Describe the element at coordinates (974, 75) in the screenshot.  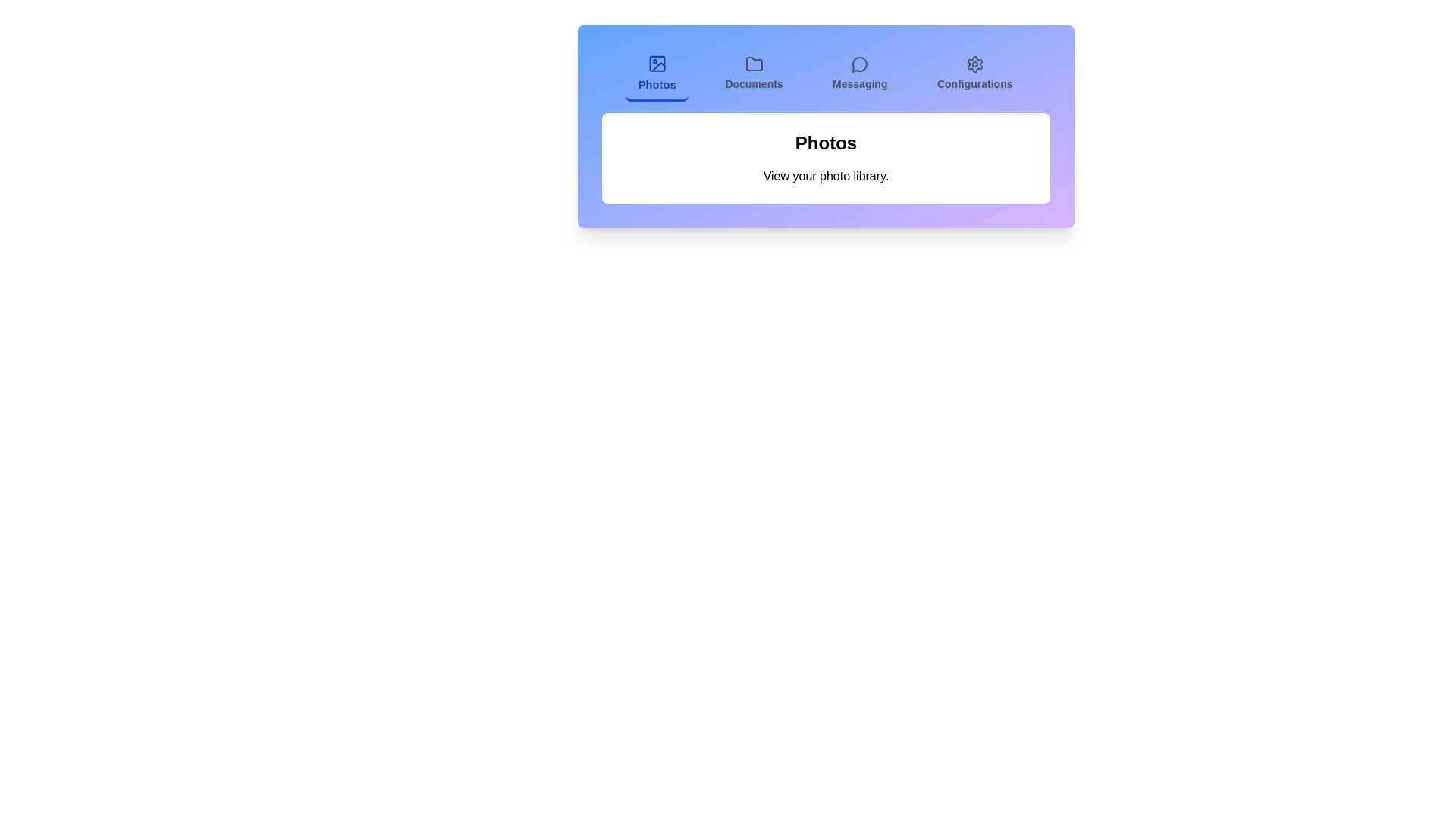
I see `the tab labeled Configurations to view its content` at that location.